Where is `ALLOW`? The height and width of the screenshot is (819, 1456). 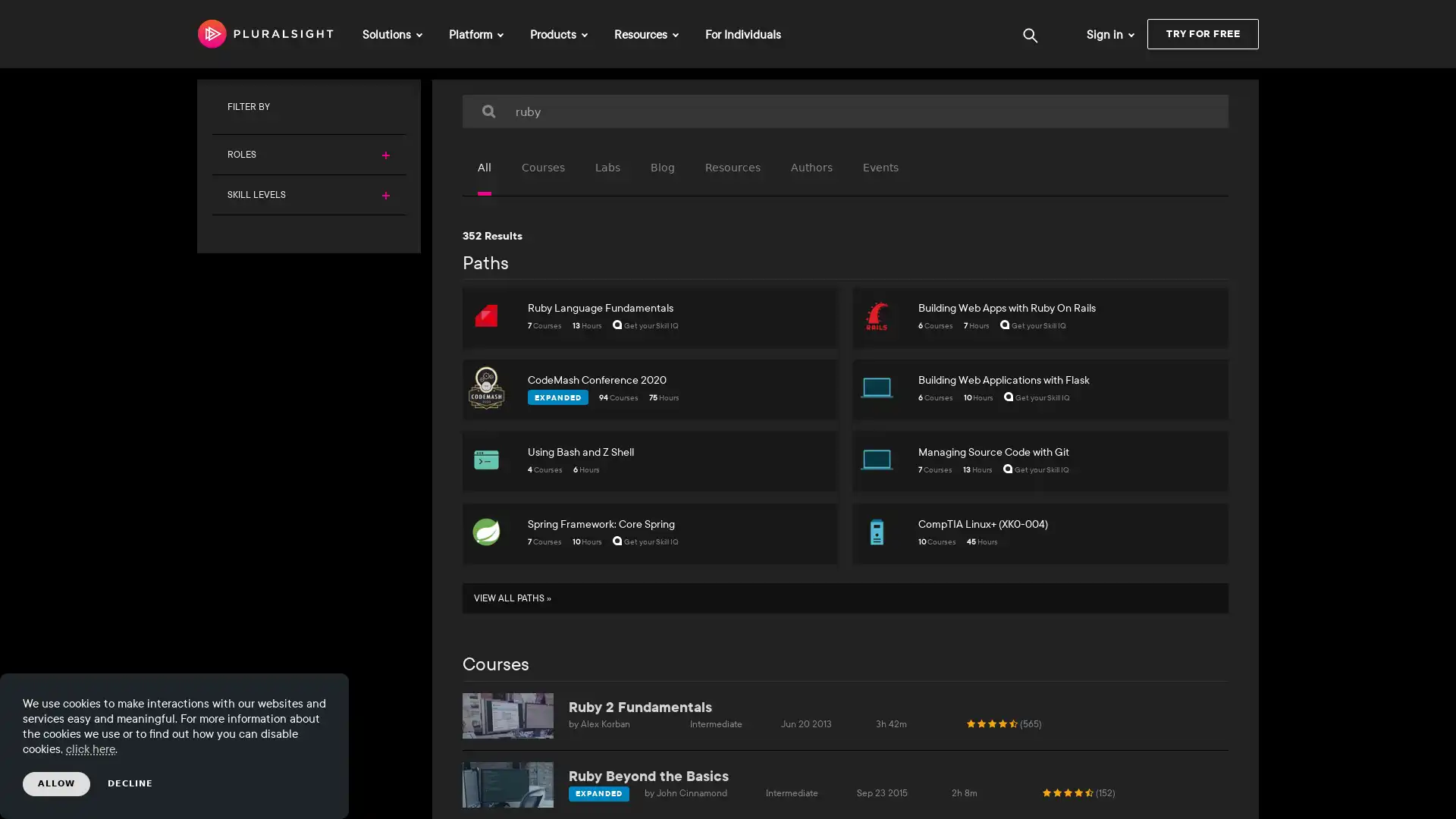
ALLOW is located at coordinates (56, 783).